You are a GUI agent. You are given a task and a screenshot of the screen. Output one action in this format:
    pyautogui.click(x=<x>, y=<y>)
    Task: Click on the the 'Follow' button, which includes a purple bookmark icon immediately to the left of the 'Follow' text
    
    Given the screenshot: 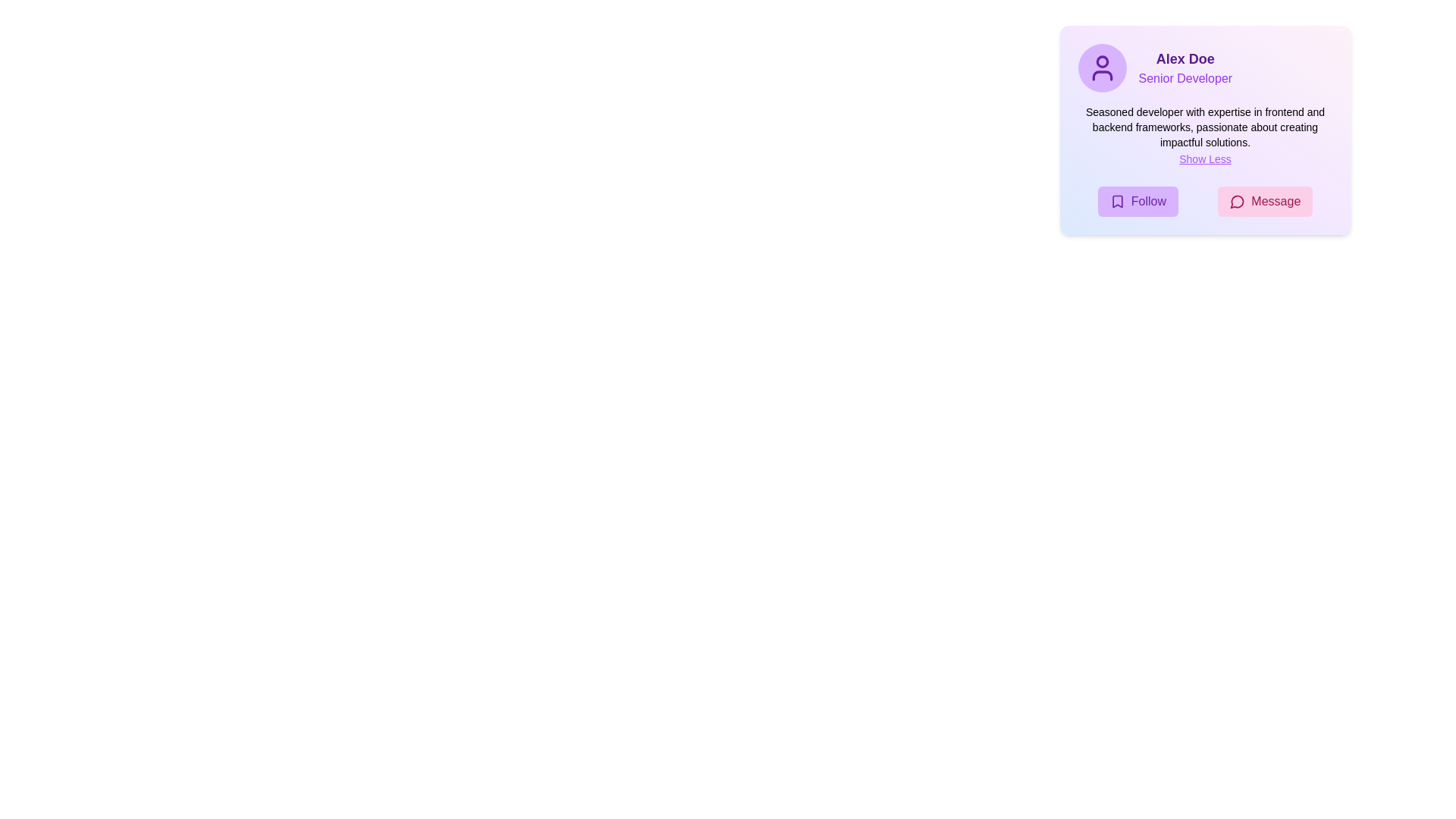 What is the action you would take?
    pyautogui.click(x=1117, y=201)
    